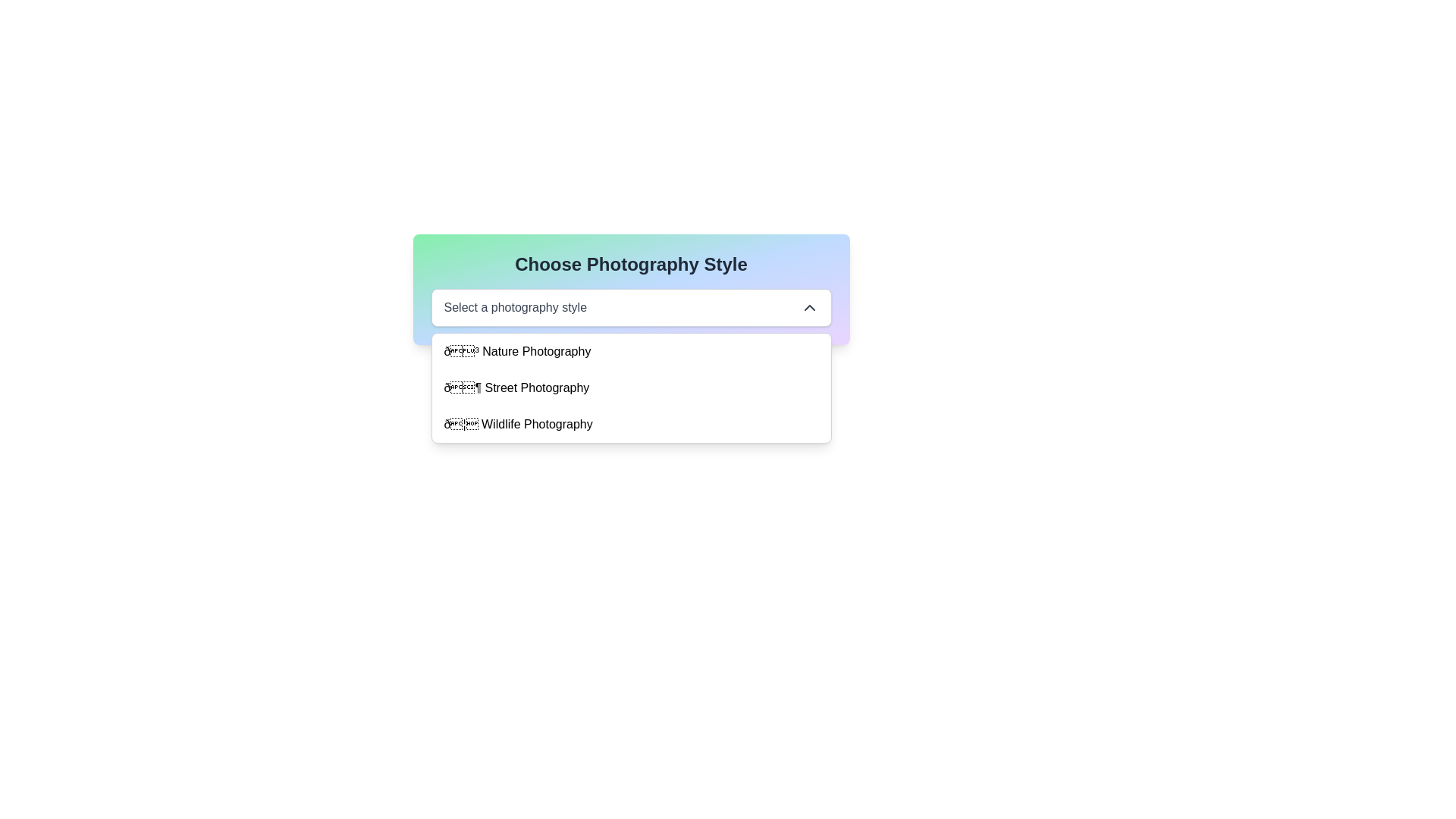 Image resolution: width=1456 pixels, height=819 pixels. What do you see at coordinates (631, 351) in the screenshot?
I see `the first item in the dropdown list labeled '🌳 Nature Photography'` at bounding box center [631, 351].